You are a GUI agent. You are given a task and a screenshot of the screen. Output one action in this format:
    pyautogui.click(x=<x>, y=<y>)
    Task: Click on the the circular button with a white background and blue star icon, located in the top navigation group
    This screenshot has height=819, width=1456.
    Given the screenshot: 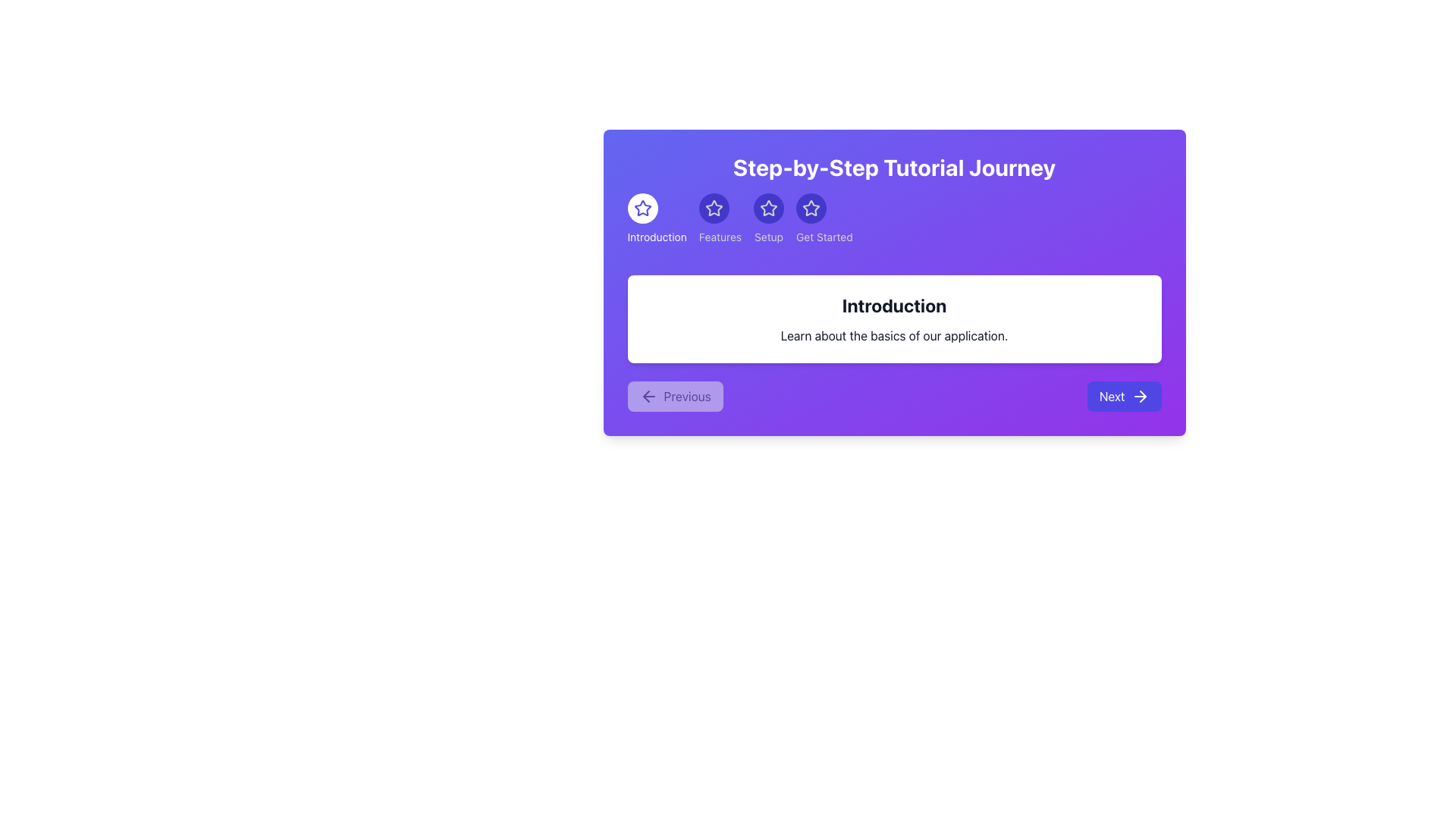 What is the action you would take?
    pyautogui.click(x=642, y=208)
    